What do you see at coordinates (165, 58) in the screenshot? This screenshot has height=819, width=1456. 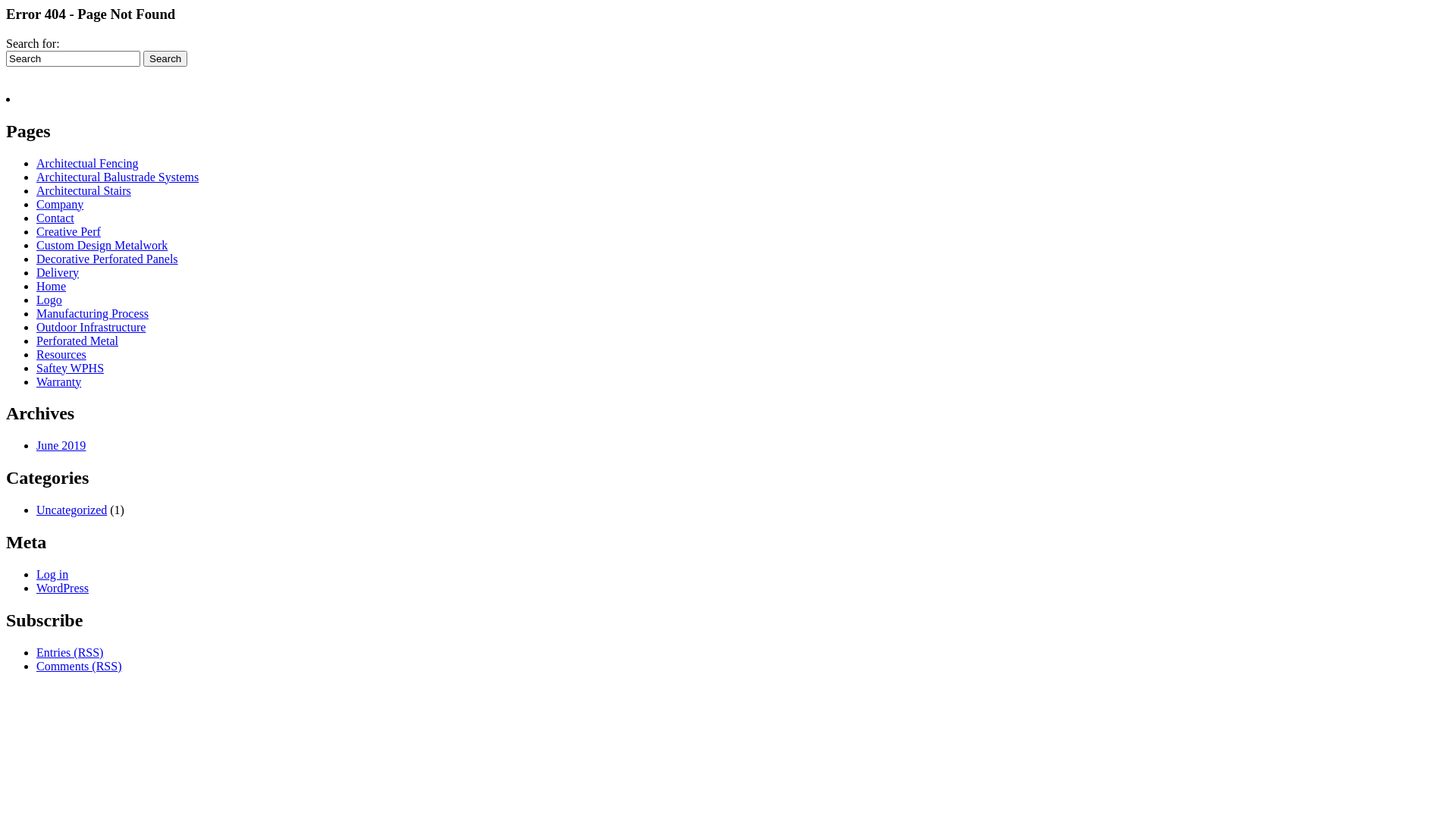 I see `'Search'` at bounding box center [165, 58].